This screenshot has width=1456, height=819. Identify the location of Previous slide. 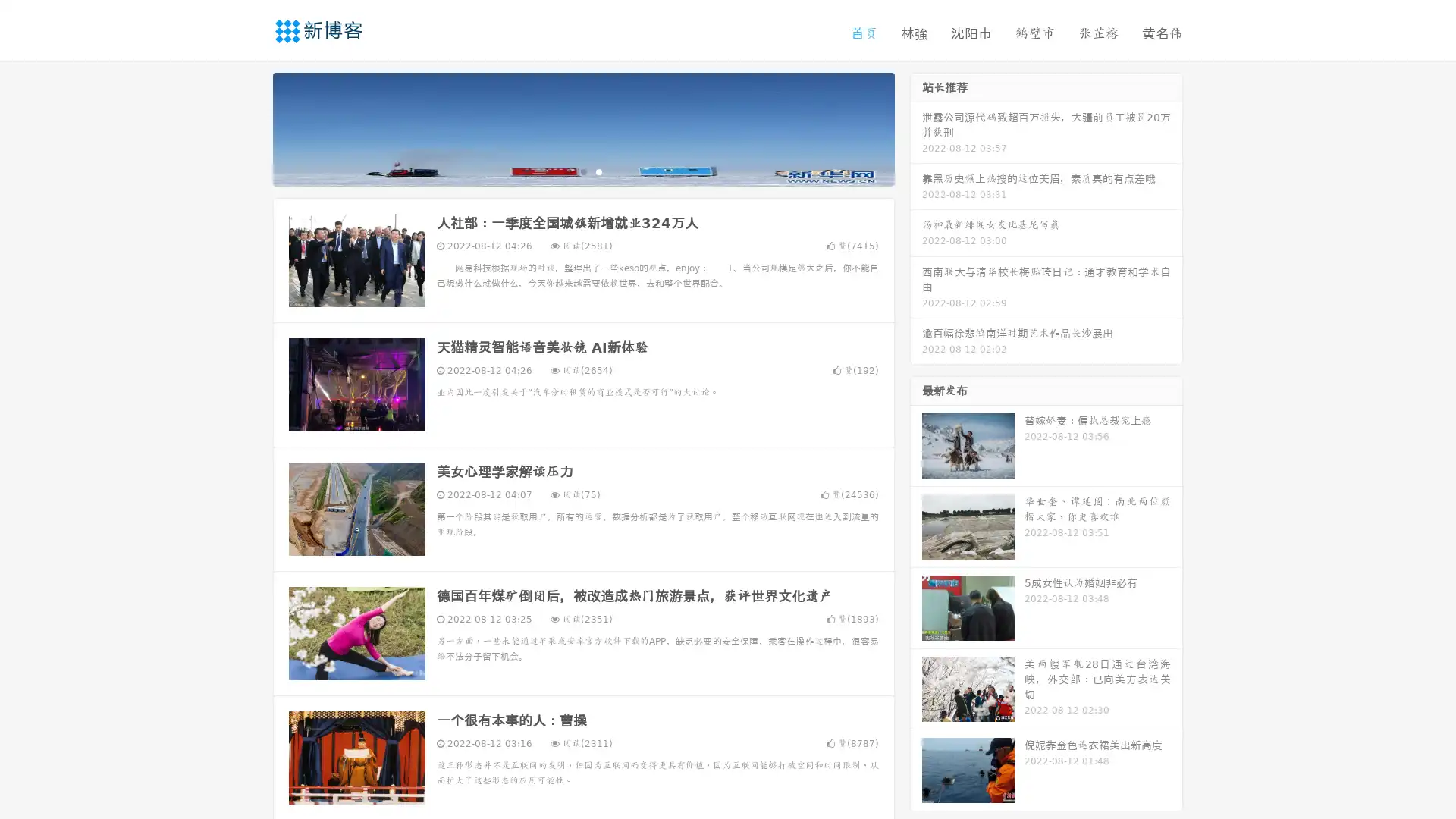
(250, 127).